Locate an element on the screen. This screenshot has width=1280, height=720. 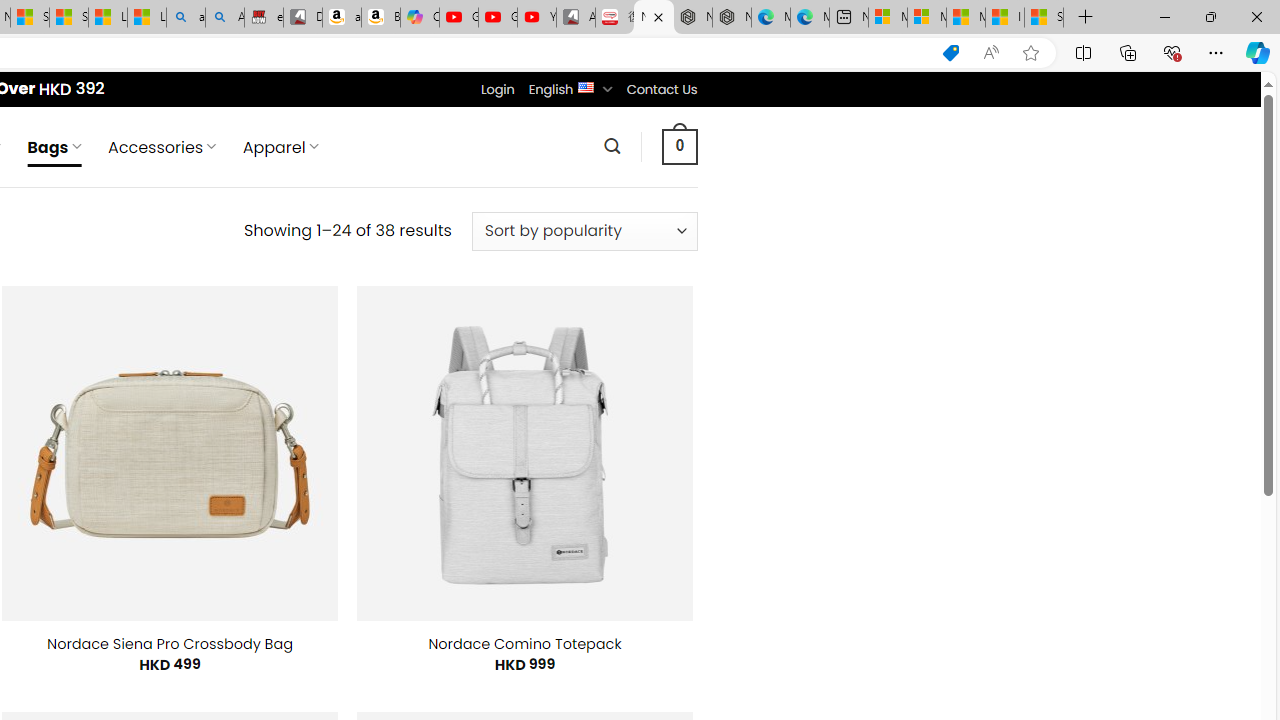
'  0  ' is located at coordinates (679, 145).